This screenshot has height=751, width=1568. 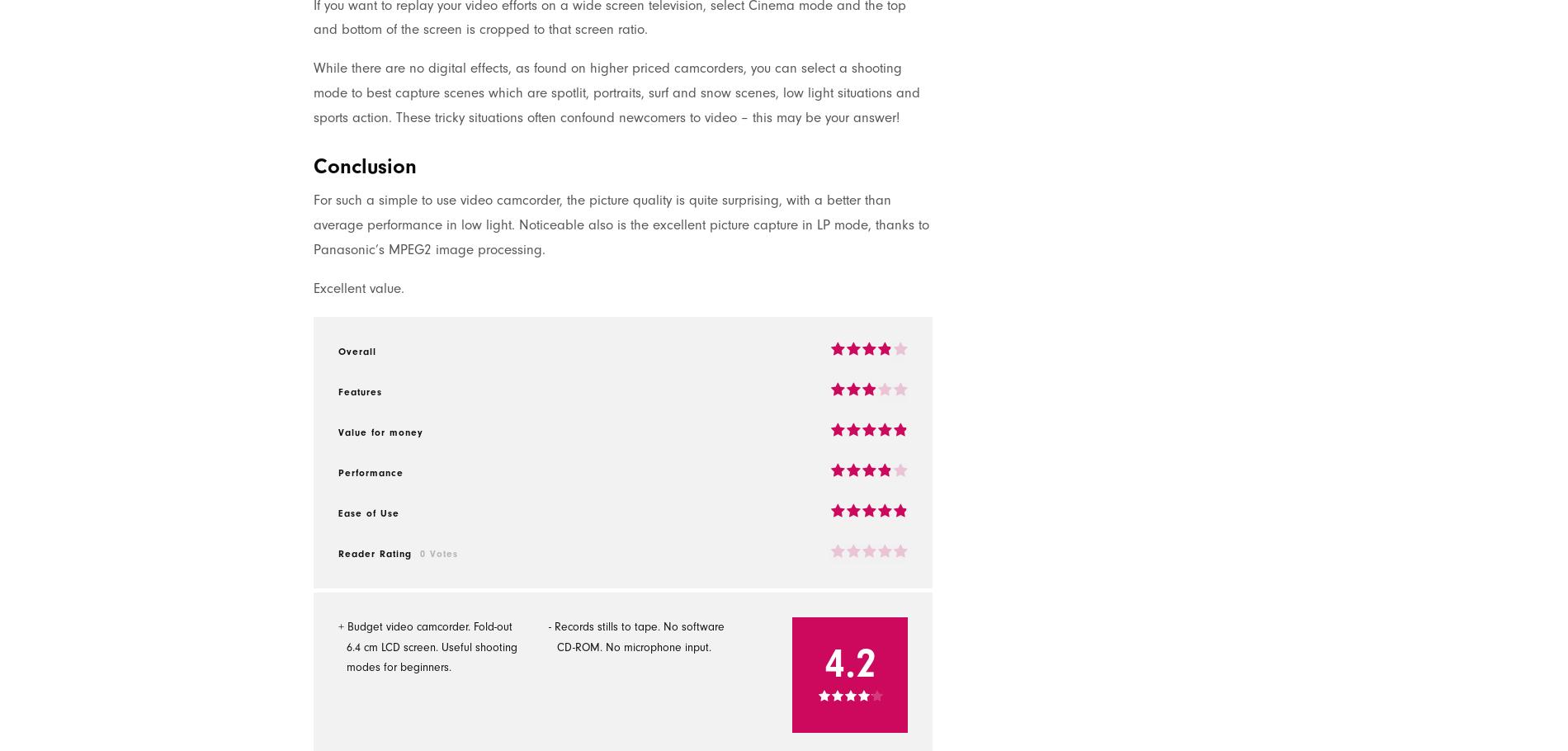 What do you see at coordinates (439, 552) in the screenshot?
I see `'0 Votes'` at bounding box center [439, 552].